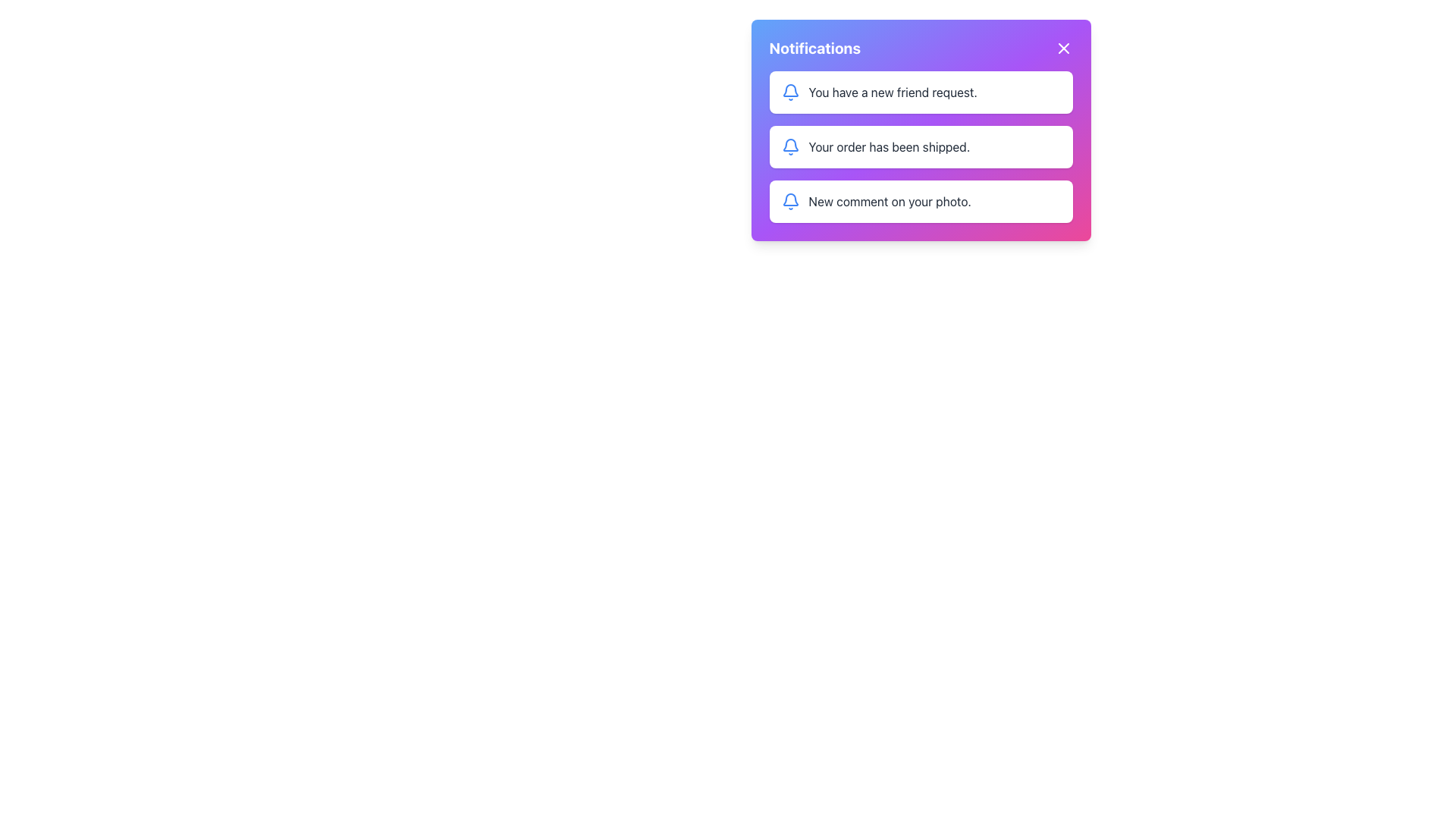 The image size is (1456, 819). I want to click on the notification box styled with a gradient background transitioning from blue to pink, which contains three notification items, so click(920, 130).